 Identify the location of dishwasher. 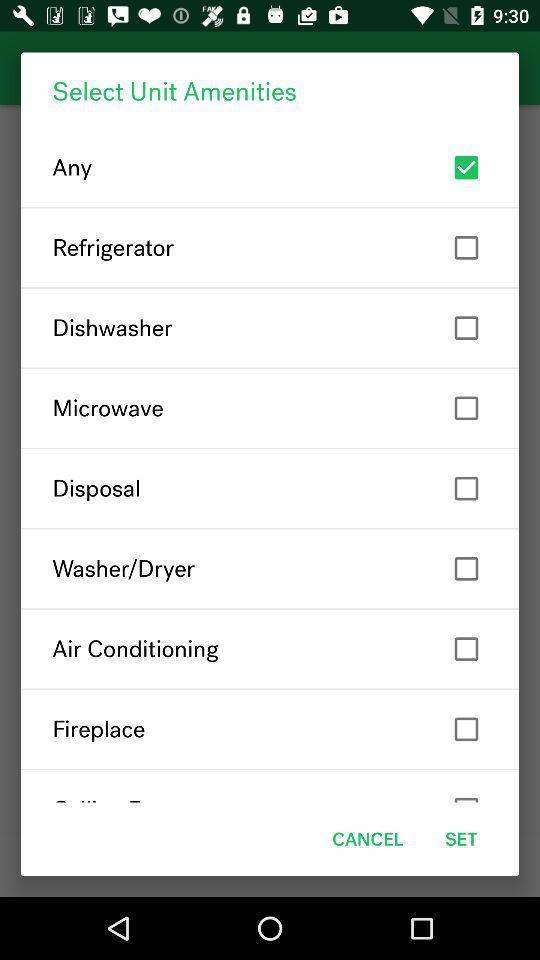
(270, 328).